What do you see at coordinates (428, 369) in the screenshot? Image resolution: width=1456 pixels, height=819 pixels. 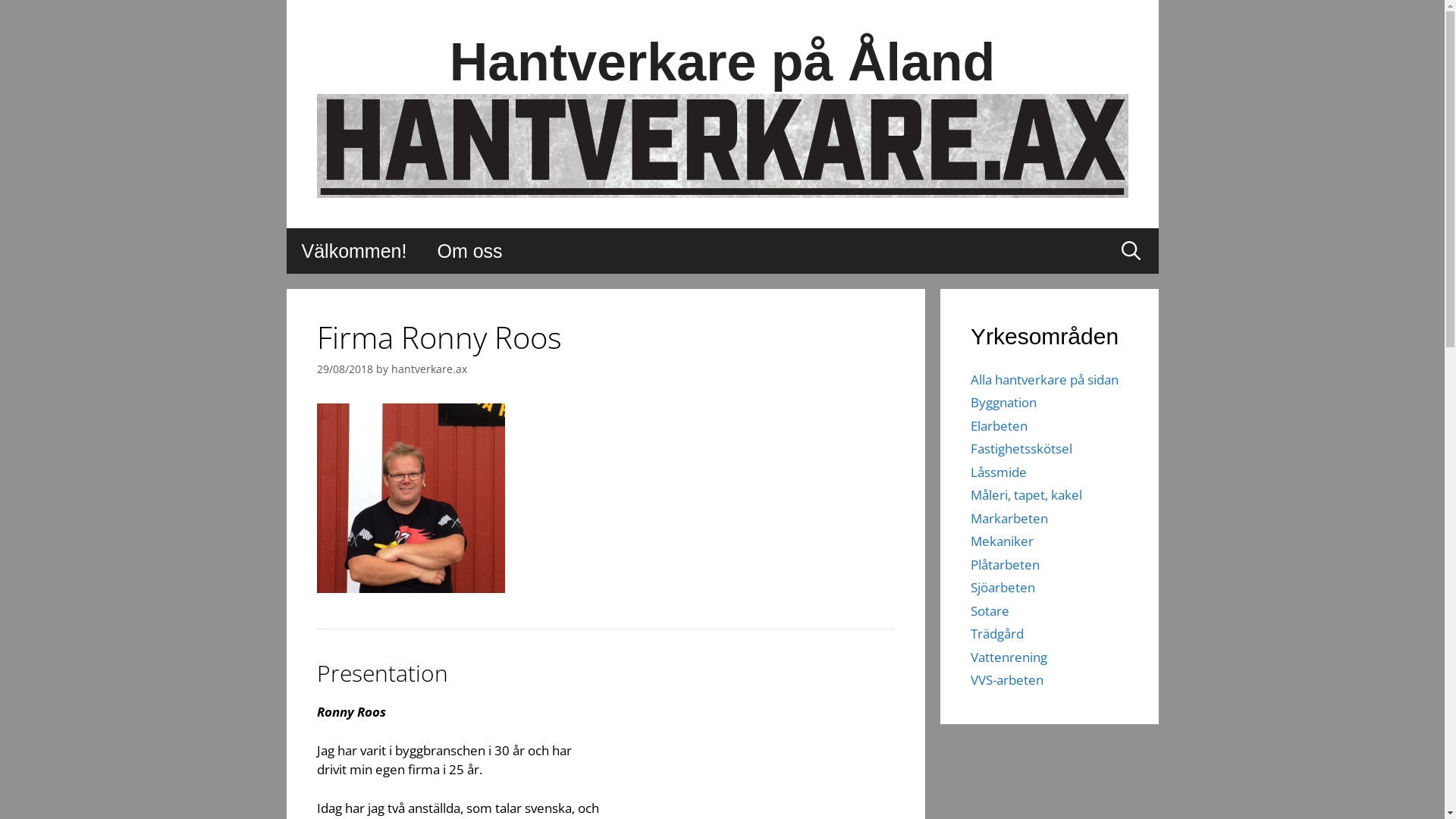 I see `'hantverkare.ax'` at bounding box center [428, 369].